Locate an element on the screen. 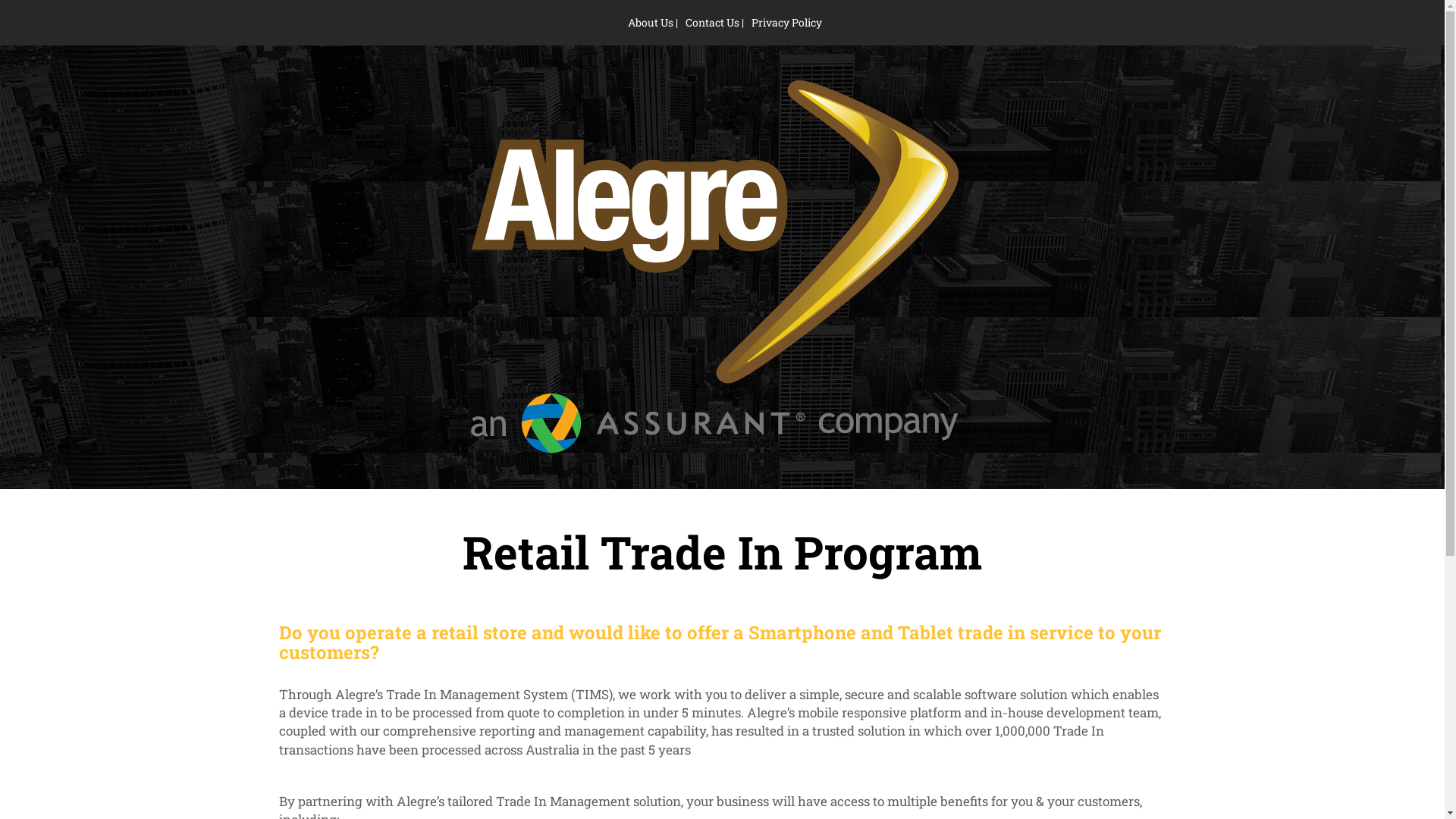 The width and height of the screenshot is (1456, 819). 'About Us |' is located at coordinates (652, 22).